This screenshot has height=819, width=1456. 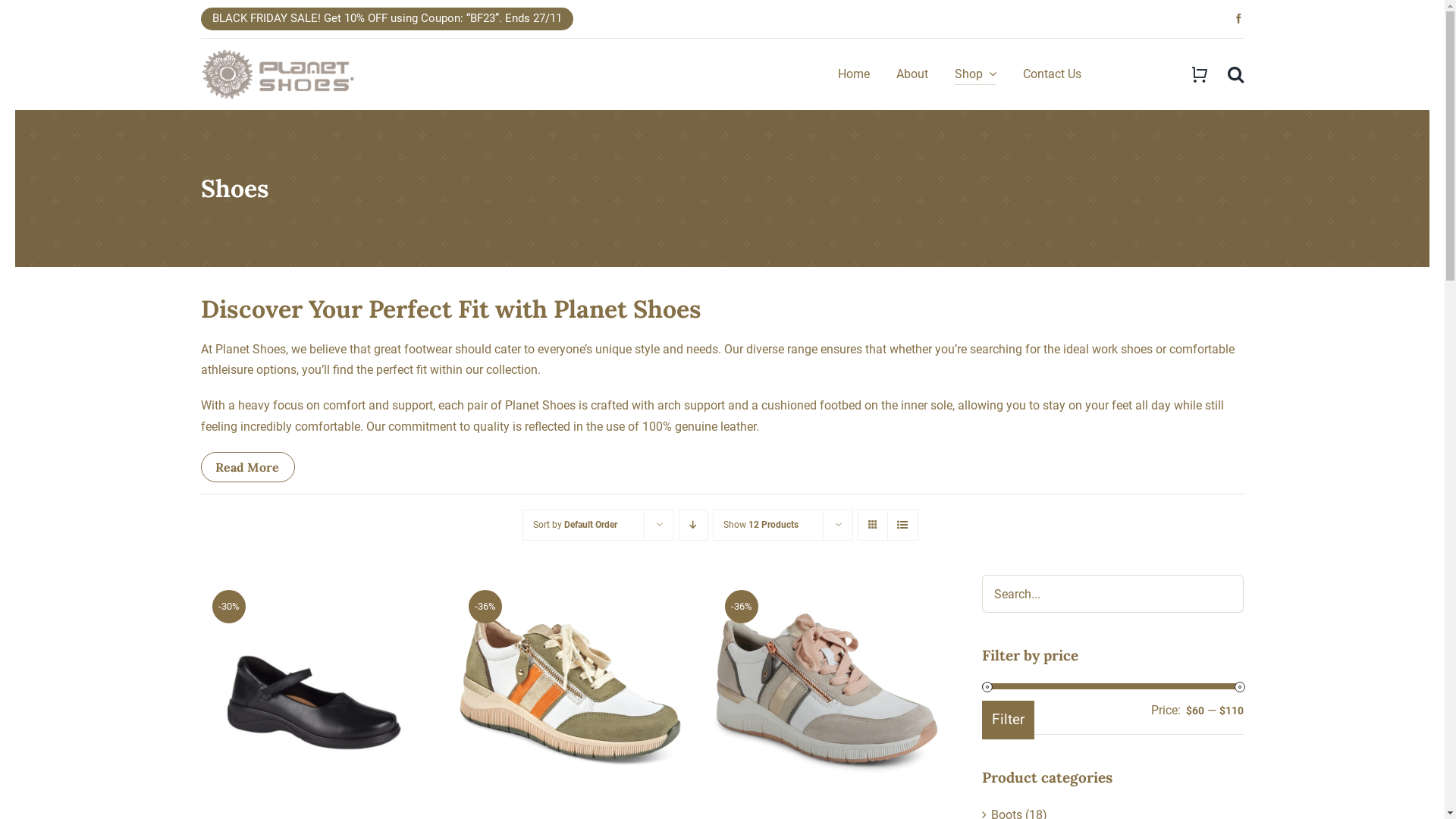 What do you see at coordinates (1235, 74) in the screenshot?
I see `'Search'` at bounding box center [1235, 74].